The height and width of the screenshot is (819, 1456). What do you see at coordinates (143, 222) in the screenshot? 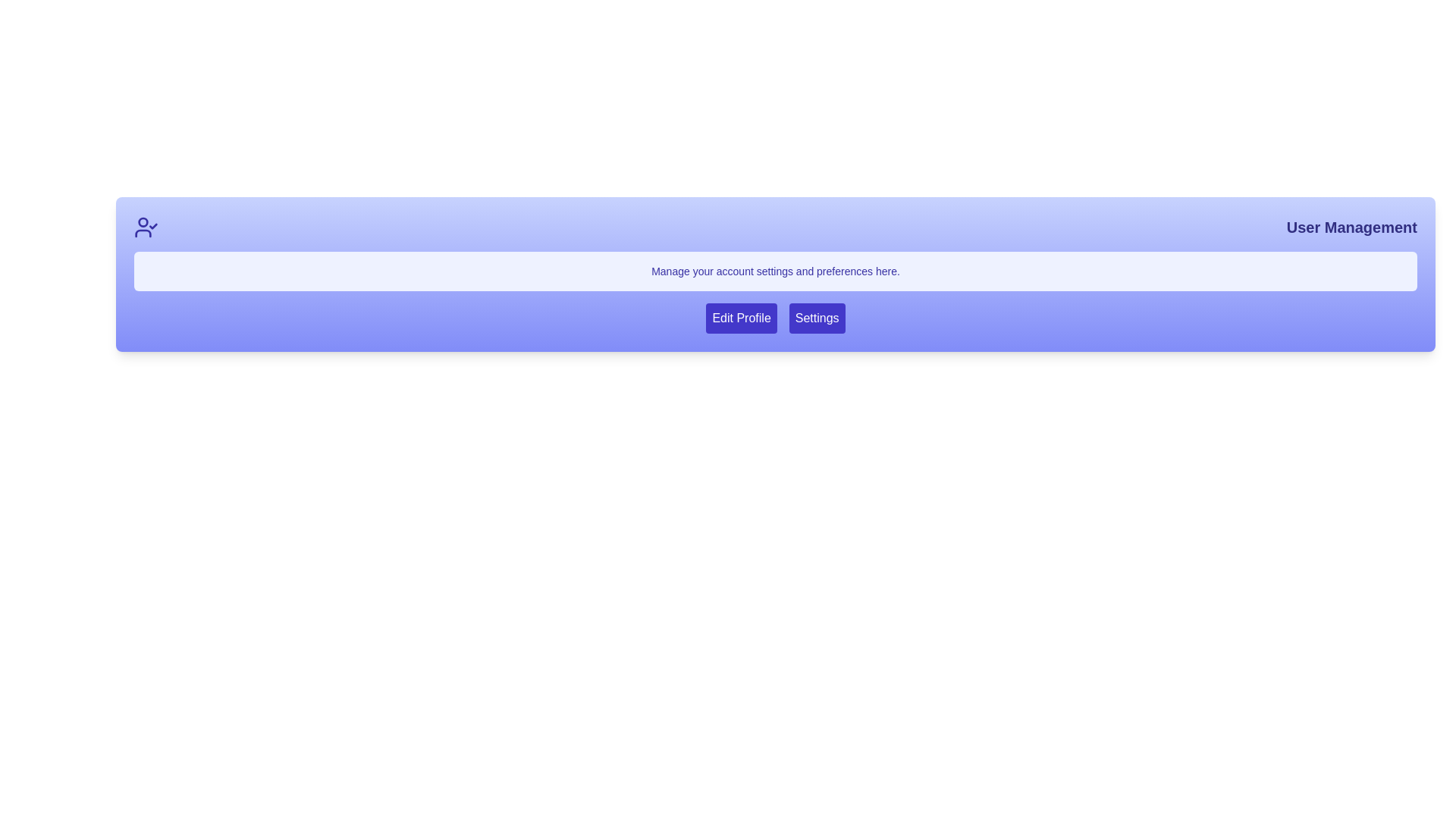
I see `vector-based circle representing the user's head in the user profile icon, located in the upper-left corner of the icon's enclosing box` at bounding box center [143, 222].